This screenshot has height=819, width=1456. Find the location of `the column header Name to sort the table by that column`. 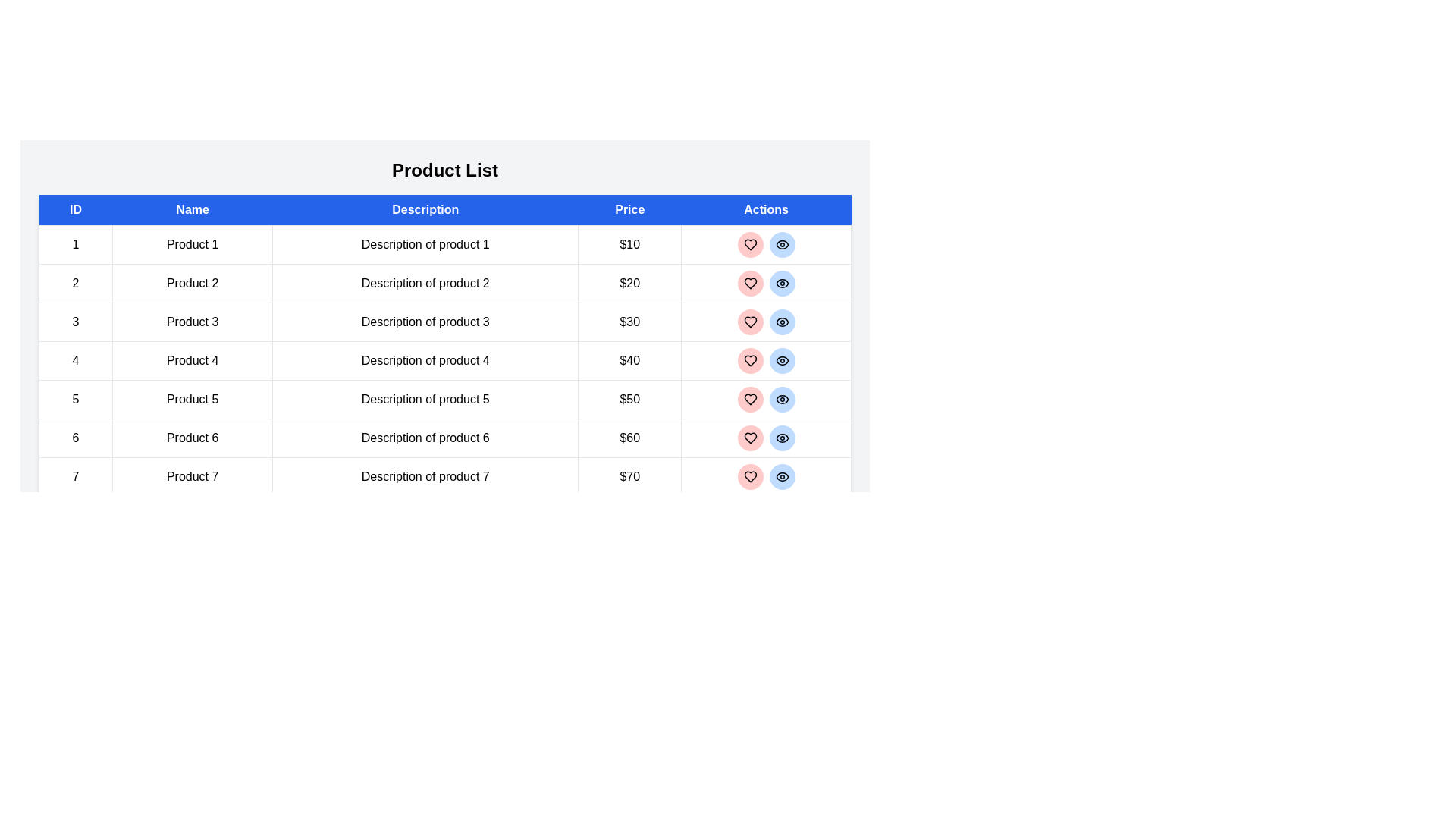

the column header Name to sort the table by that column is located at coordinates (192, 210).